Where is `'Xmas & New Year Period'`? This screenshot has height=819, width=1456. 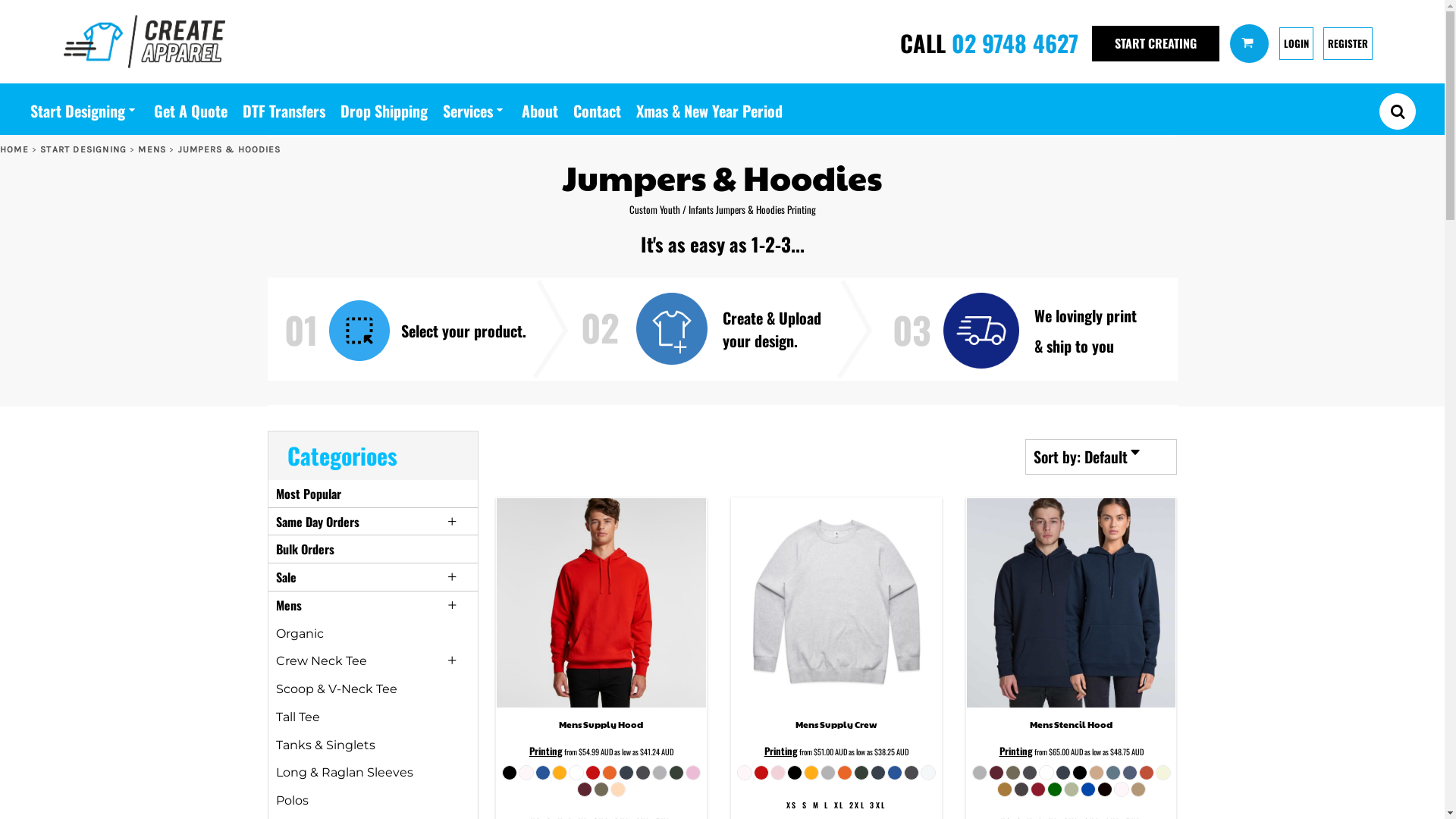 'Xmas & New Year Period' is located at coordinates (636, 108).